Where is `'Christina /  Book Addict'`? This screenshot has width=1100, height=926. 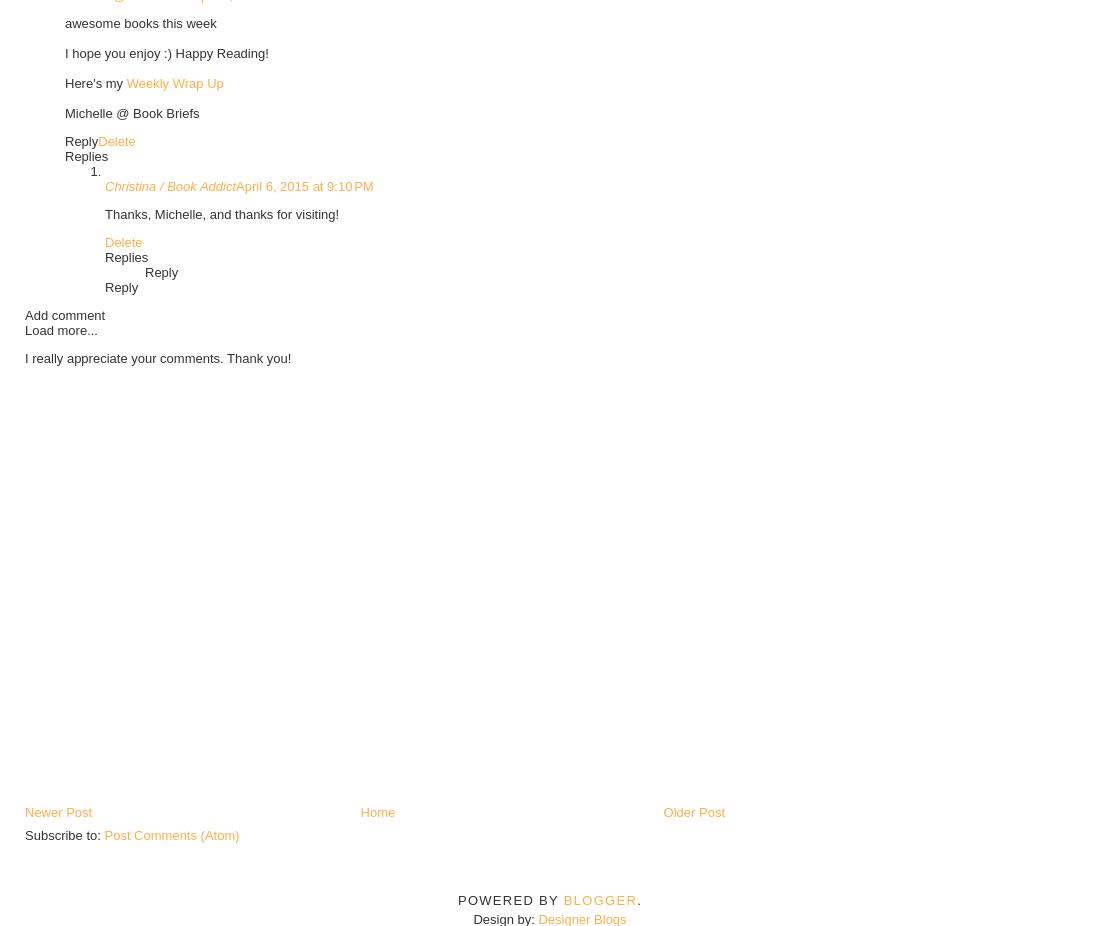
'Christina /  Book Addict' is located at coordinates (169, 184).